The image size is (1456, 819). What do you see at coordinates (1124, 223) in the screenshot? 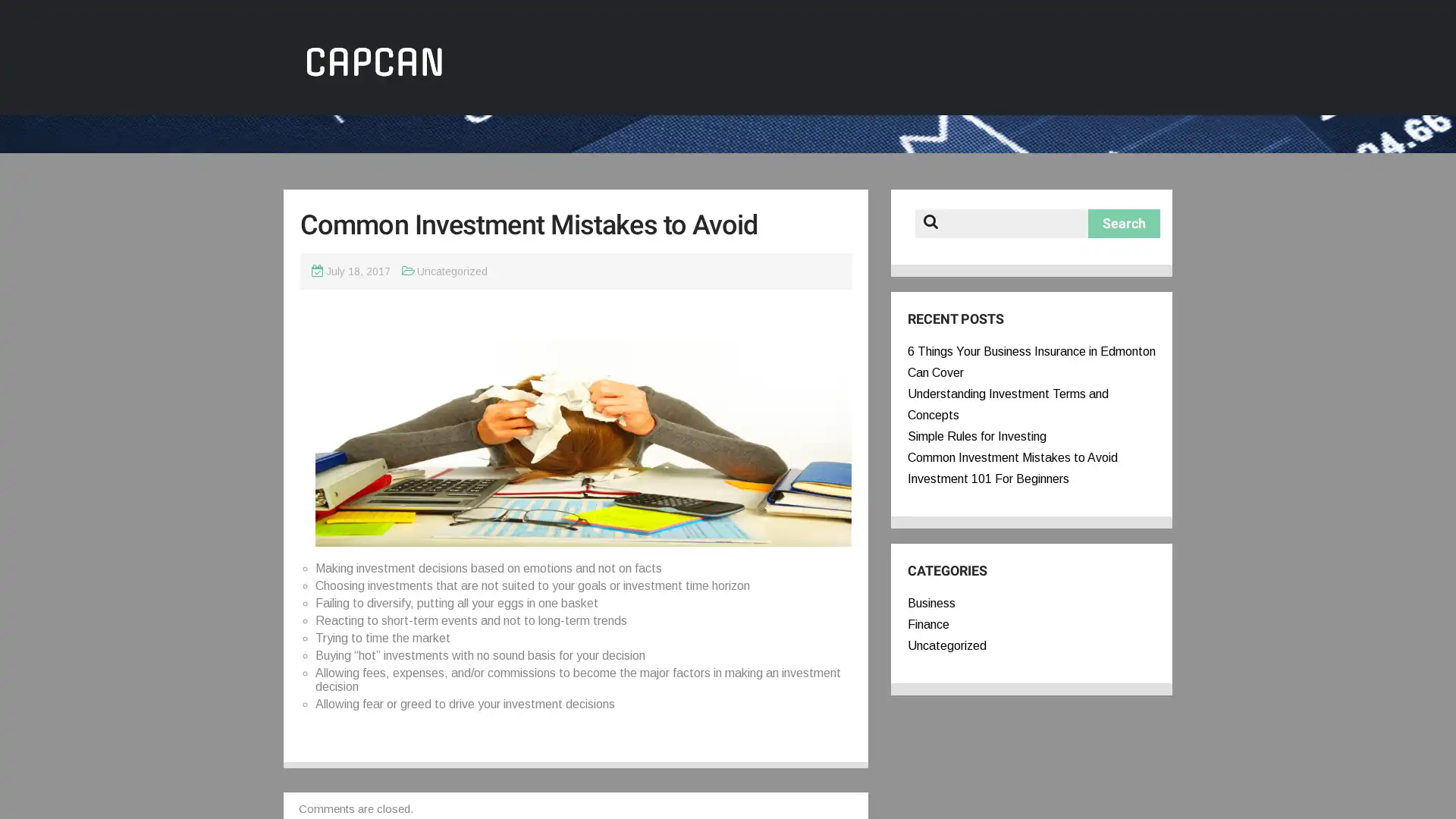
I see `Search` at bounding box center [1124, 223].